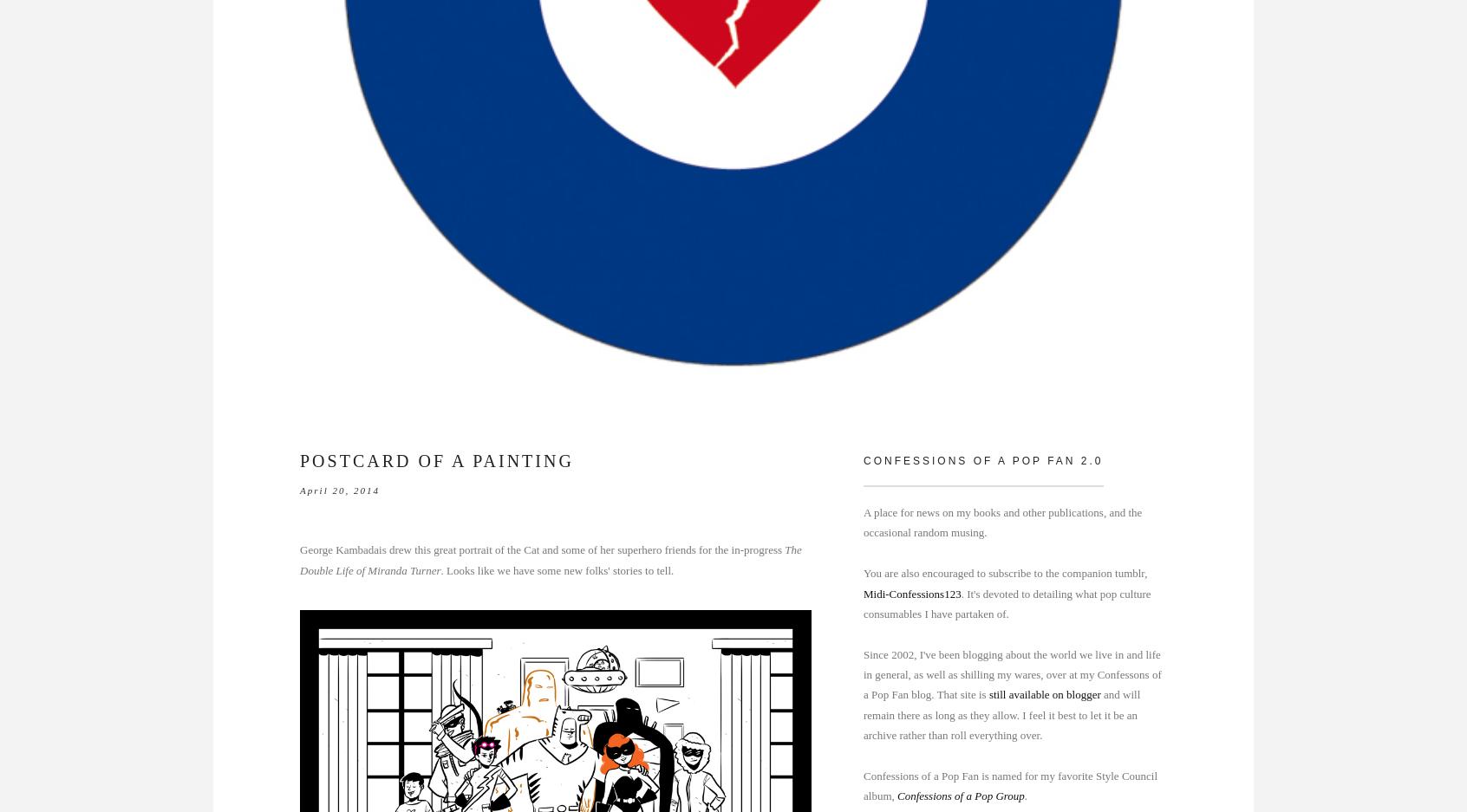  What do you see at coordinates (981, 458) in the screenshot?
I see `'CONFESSIONS OF A POP FAN 2.0'` at bounding box center [981, 458].